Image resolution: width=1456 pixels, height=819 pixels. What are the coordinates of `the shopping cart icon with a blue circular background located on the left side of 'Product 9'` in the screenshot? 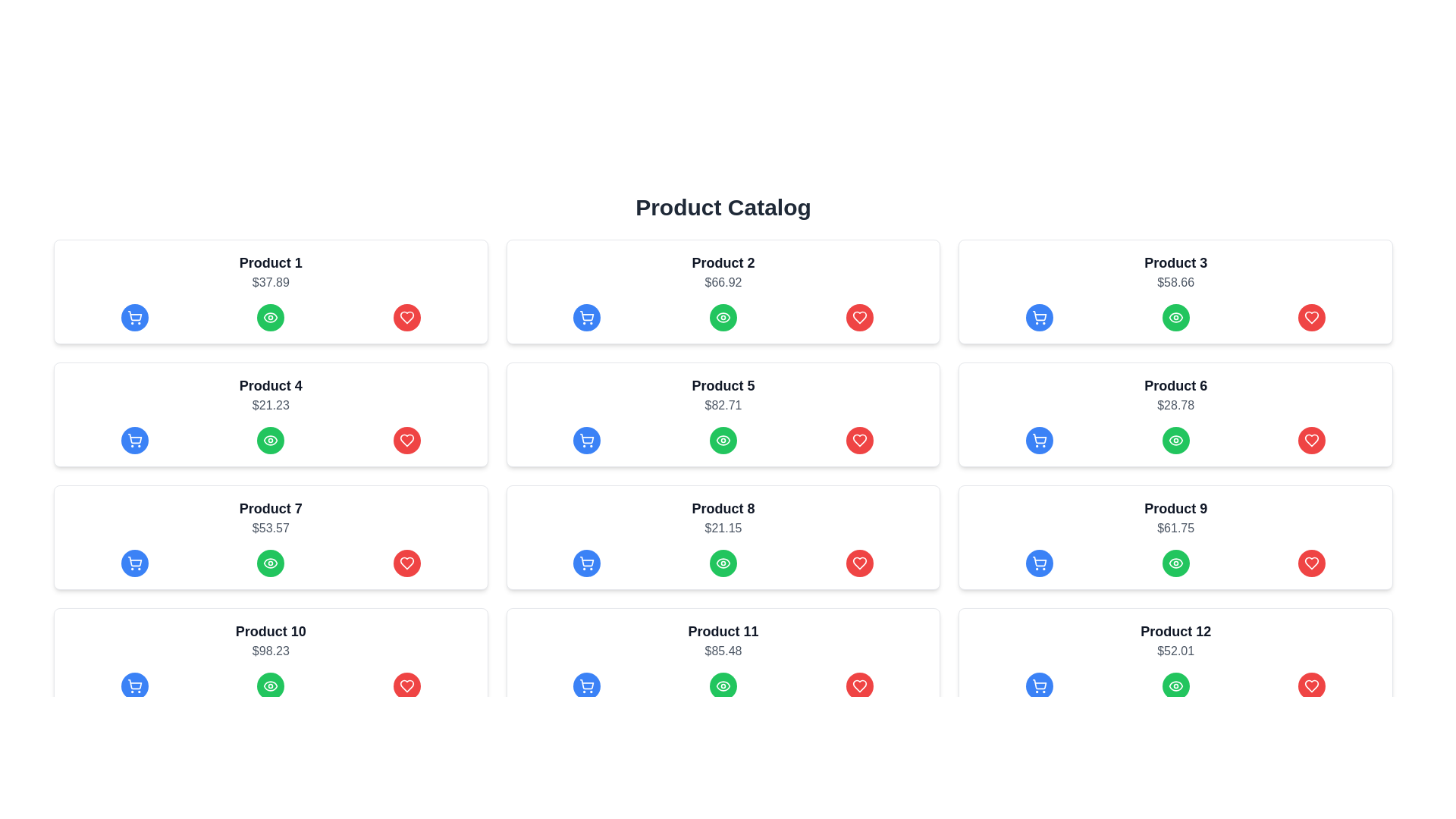 It's located at (1039, 563).